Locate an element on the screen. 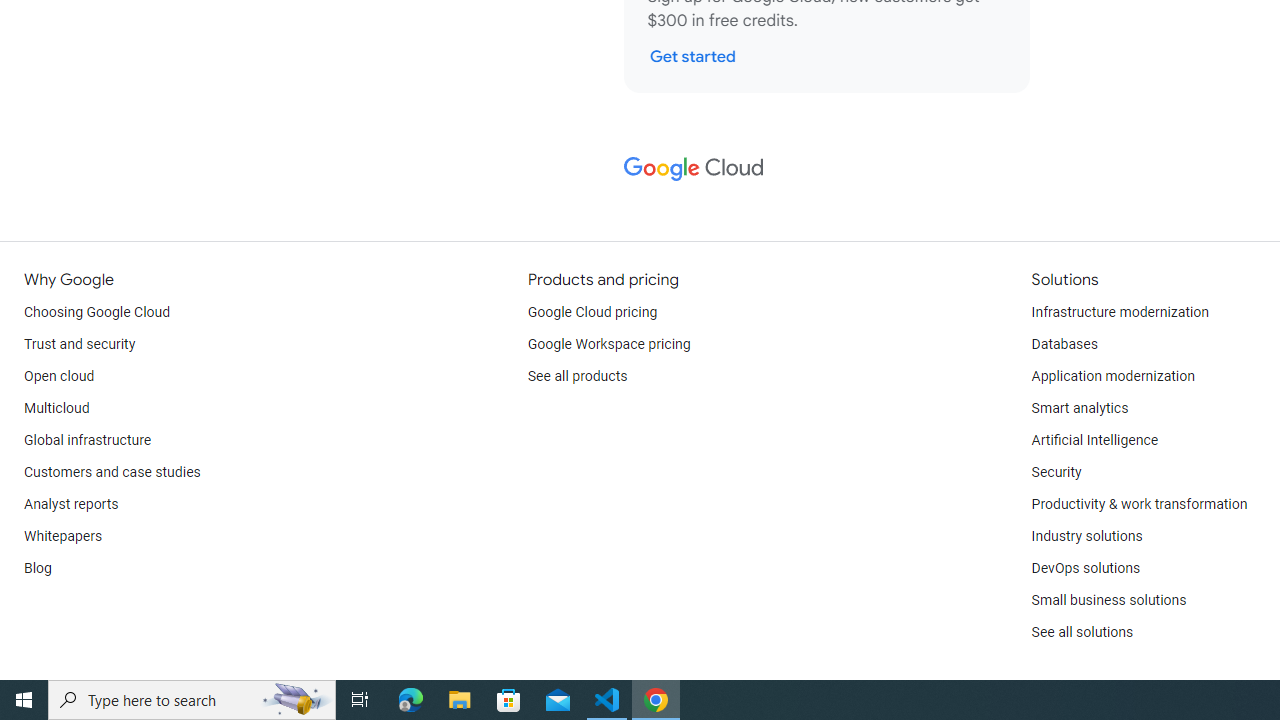  'Artificial Intelligence' is located at coordinates (1093, 440).